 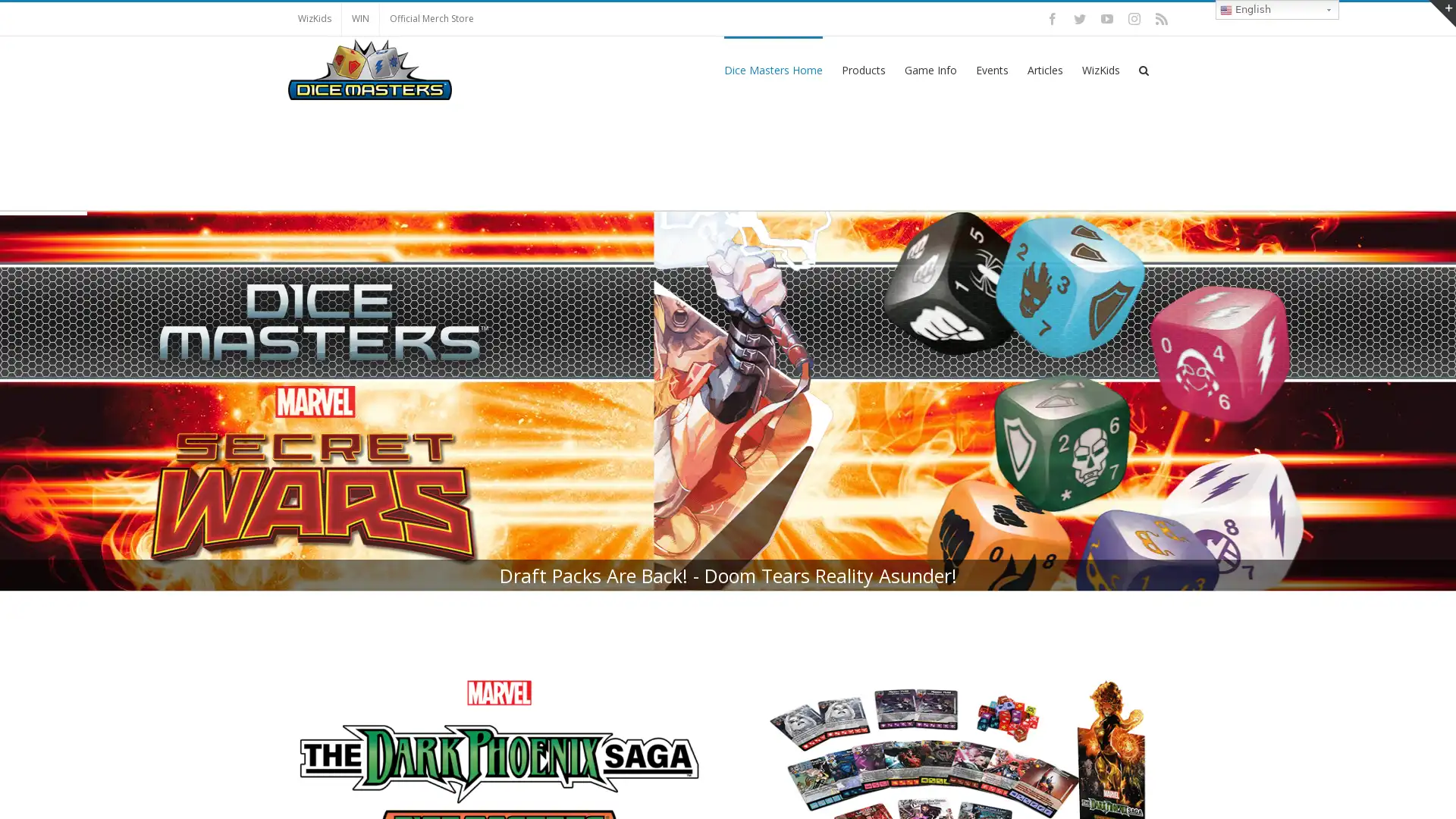 I want to click on Search, so click(x=1144, y=69).